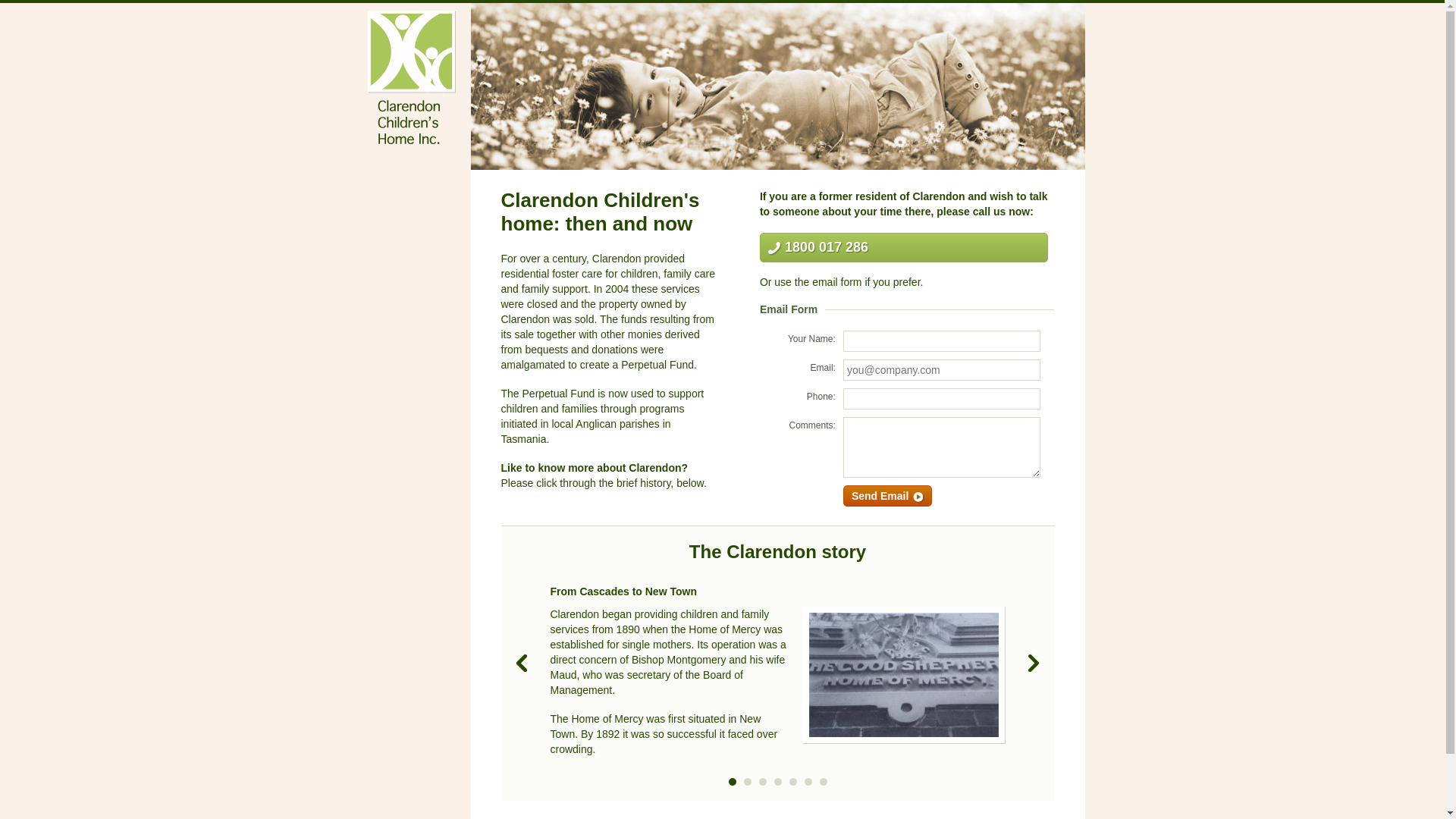  What do you see at coordinates (760, 246) in the screenshot?
I see `'1800 017 286'` at bounding box center [760, 246].